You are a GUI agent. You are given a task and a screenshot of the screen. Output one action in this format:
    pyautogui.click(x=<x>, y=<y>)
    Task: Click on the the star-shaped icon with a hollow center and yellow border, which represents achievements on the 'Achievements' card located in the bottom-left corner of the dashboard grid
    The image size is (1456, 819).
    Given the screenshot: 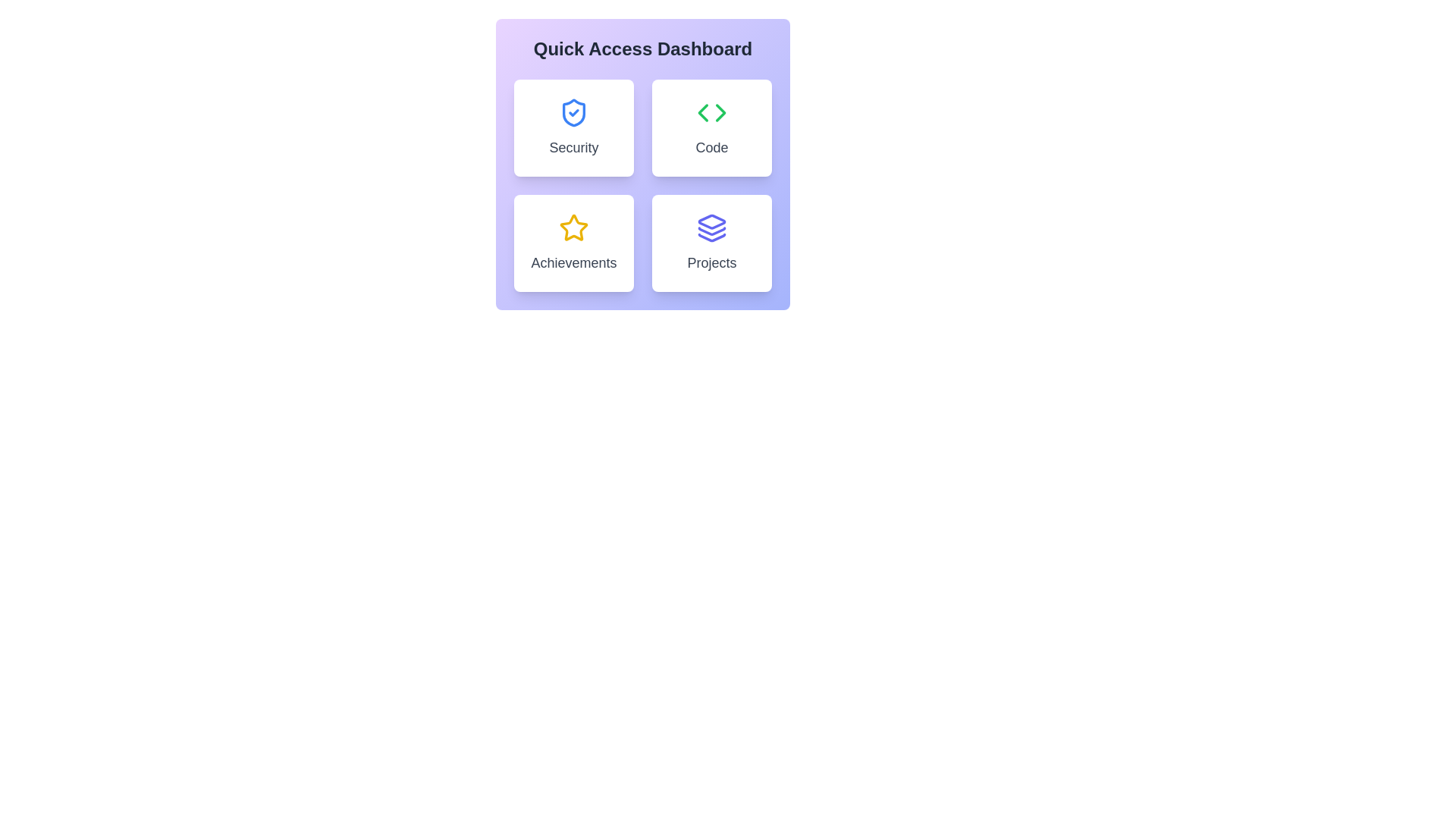 What is the action you would take?
    pyautogui.click(x=573, y=227)
    